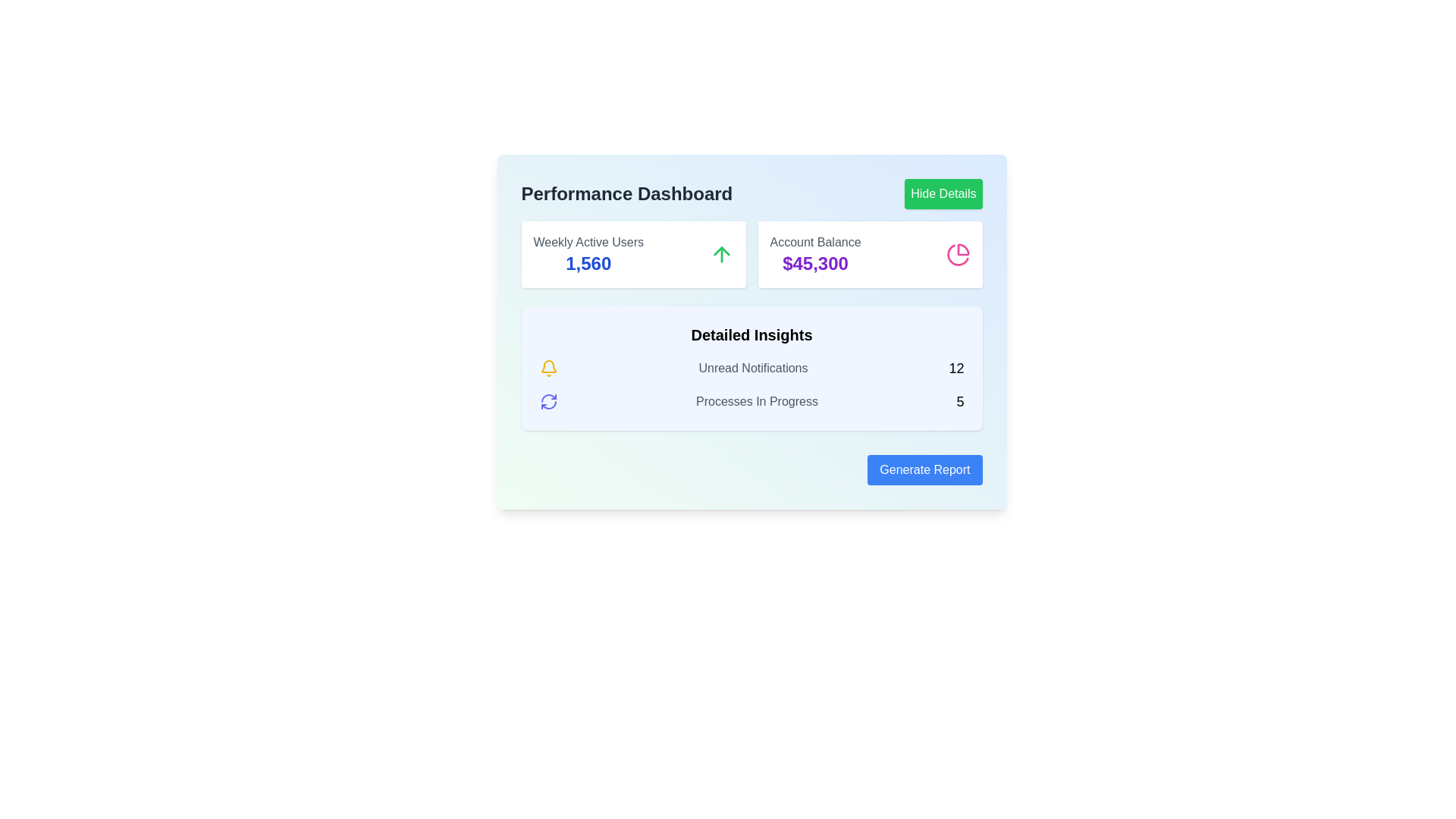  Describe the element at coordinates (955, 369) in the screenshot. I see `the unread notifications count label located in the 'Detailed Insights' section, positioned to the right of 'Unread Notifications'` at that location.